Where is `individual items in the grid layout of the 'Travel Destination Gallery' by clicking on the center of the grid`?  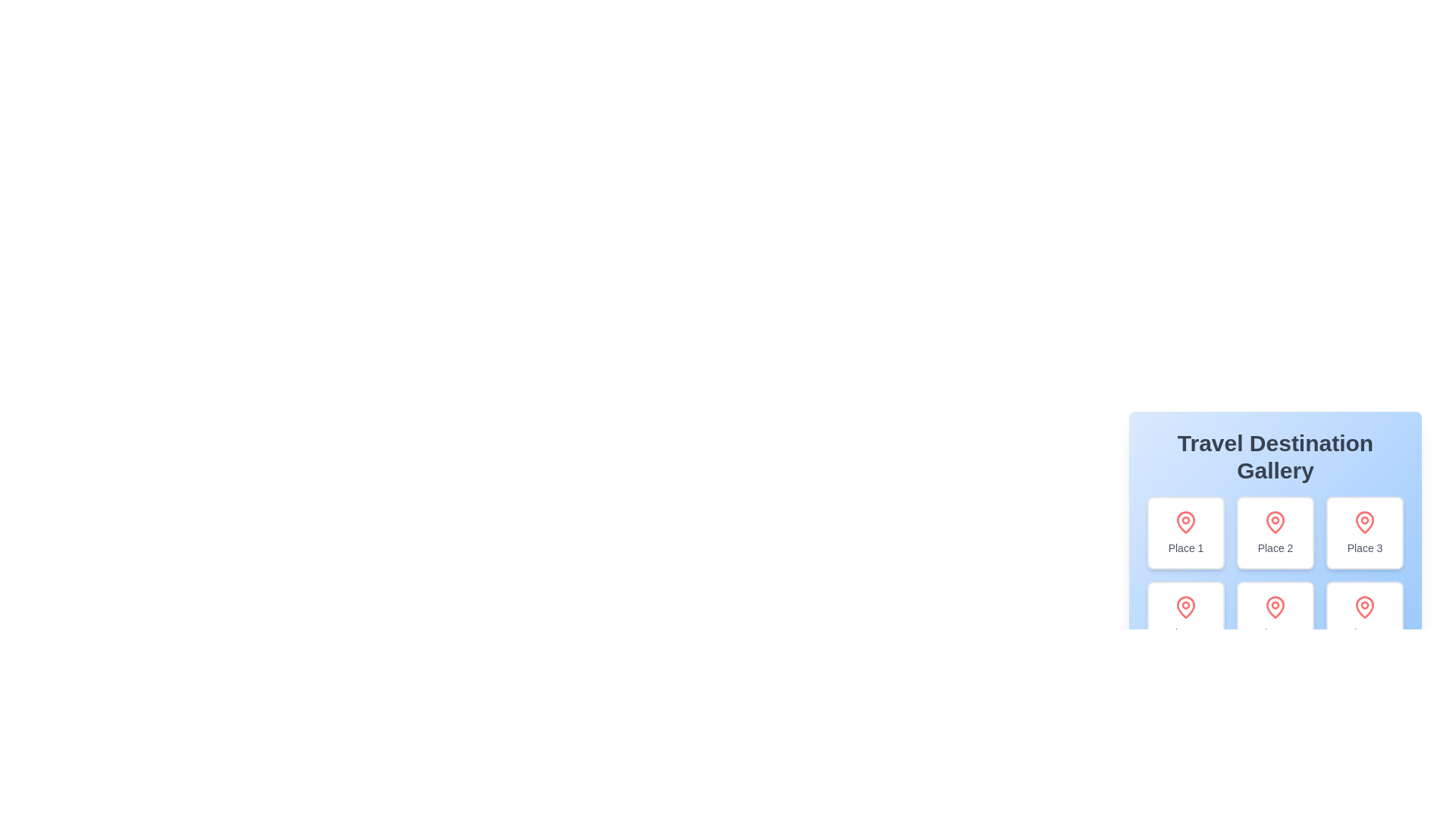
individual items in the grid layout of the 'Travel Destination Gallery' by clicking on the center of the grid is located at coordinates (1274, 576).